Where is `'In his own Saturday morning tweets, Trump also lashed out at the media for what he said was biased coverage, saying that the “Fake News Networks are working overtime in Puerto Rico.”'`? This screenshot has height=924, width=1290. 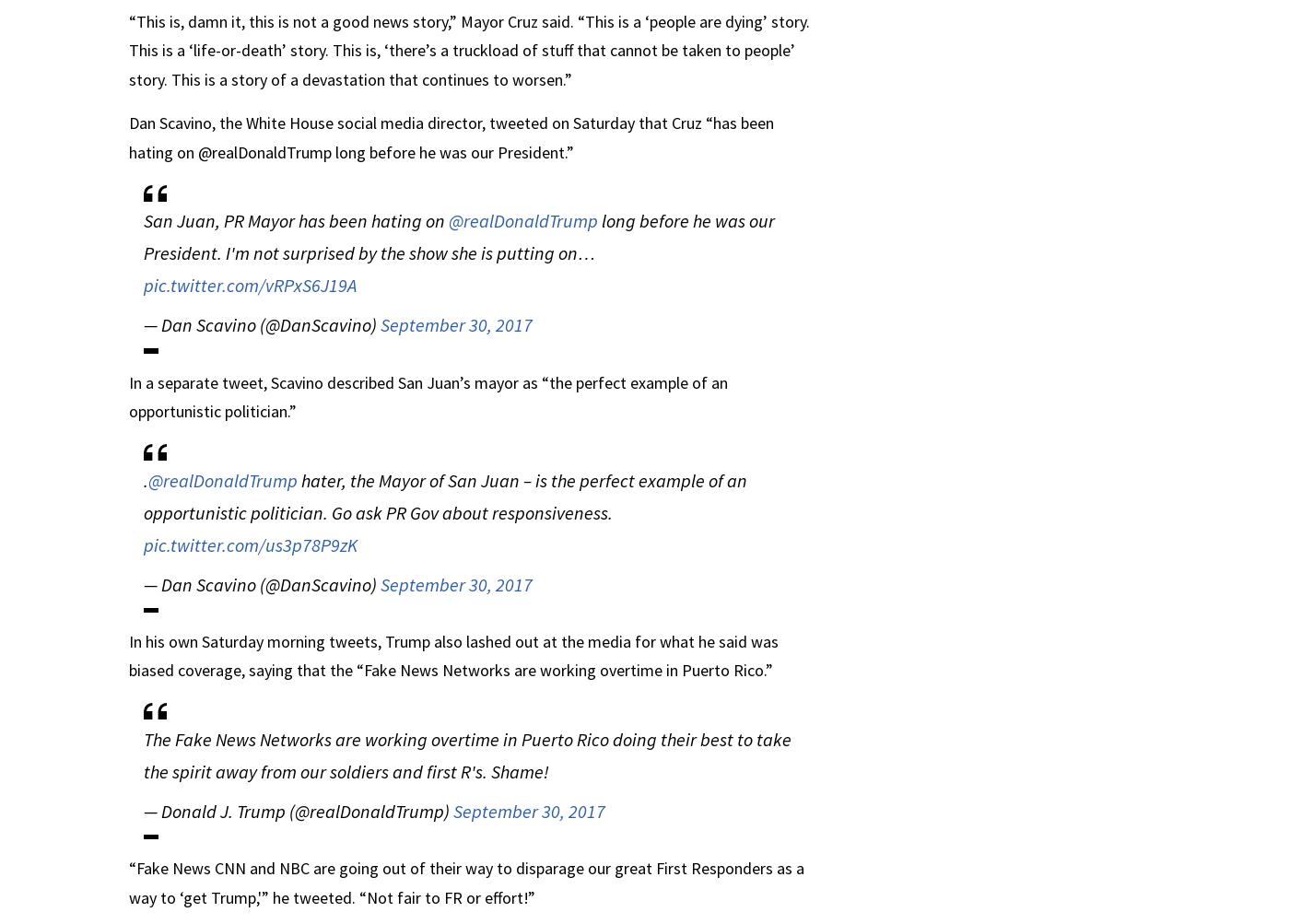 'In his own Saturday morning tweets, Trump also lashed out at the media for what he said was biased coverage, saying that the “Fake News Networks are working overtime in Puerto Rico.”' is located at coordinates (453, 654).